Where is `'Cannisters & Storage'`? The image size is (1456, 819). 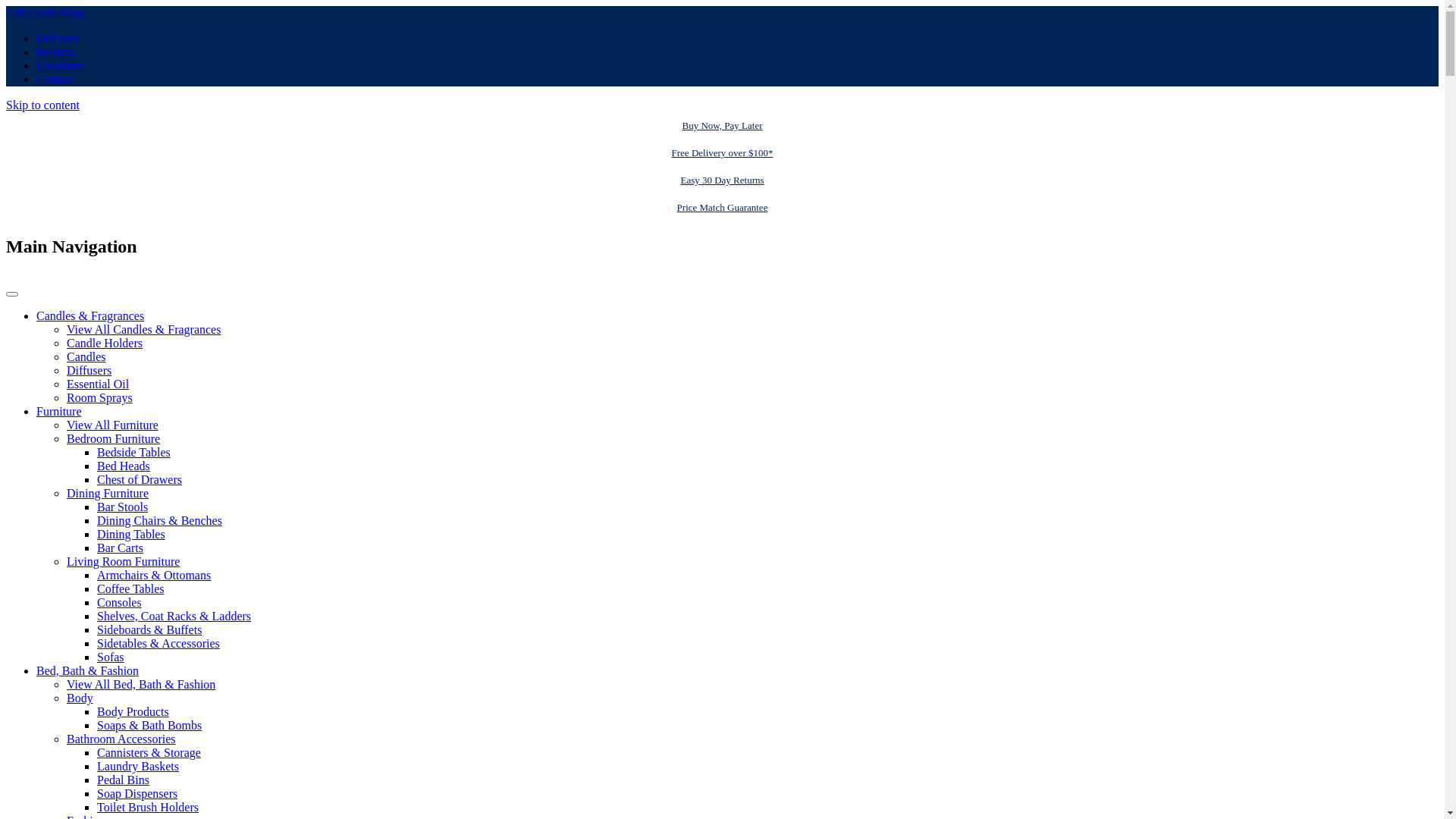
'Cannisters & Storage' is located at coordinates (149, 752).